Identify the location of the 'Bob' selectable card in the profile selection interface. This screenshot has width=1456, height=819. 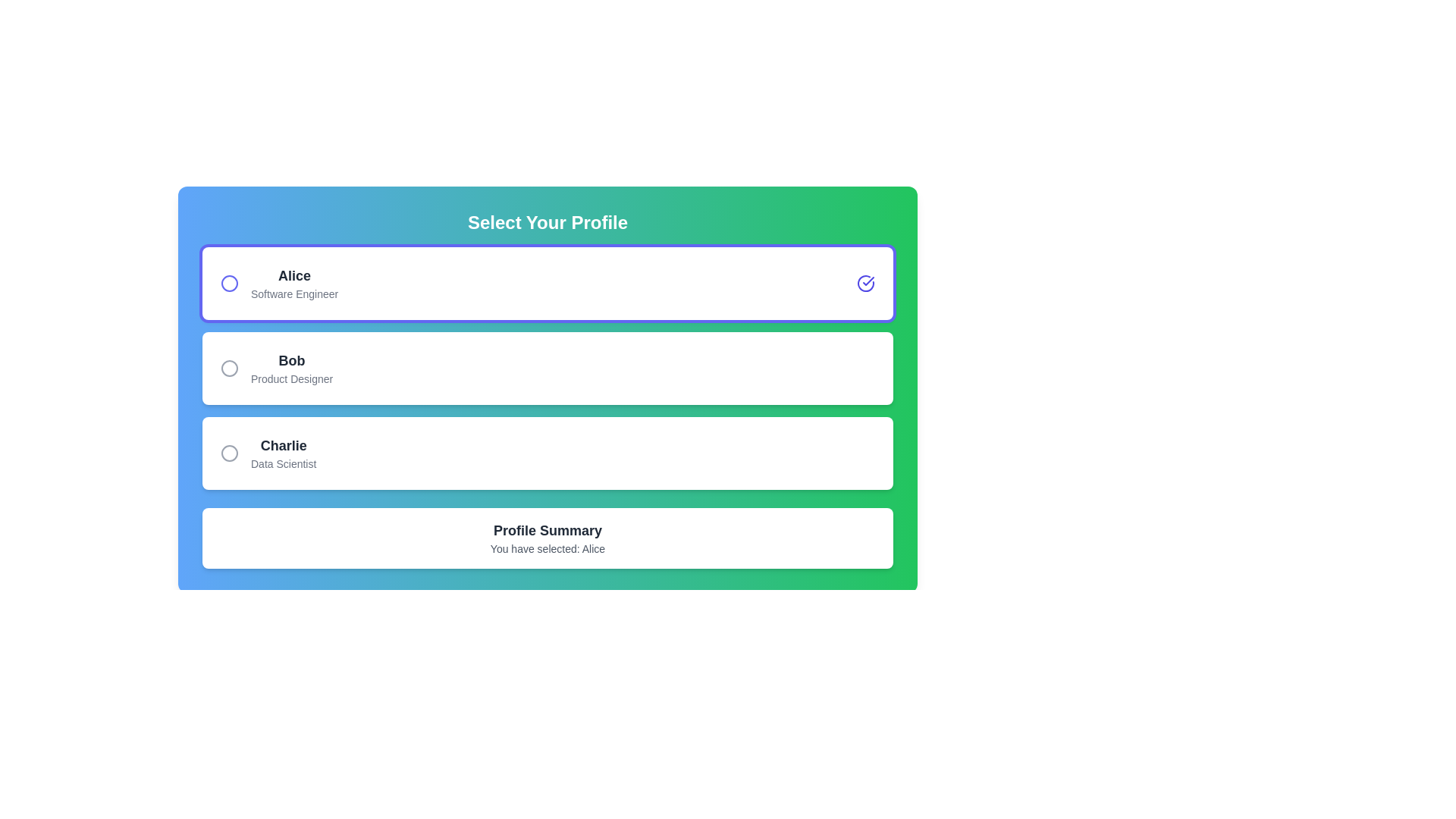
(547, 369).